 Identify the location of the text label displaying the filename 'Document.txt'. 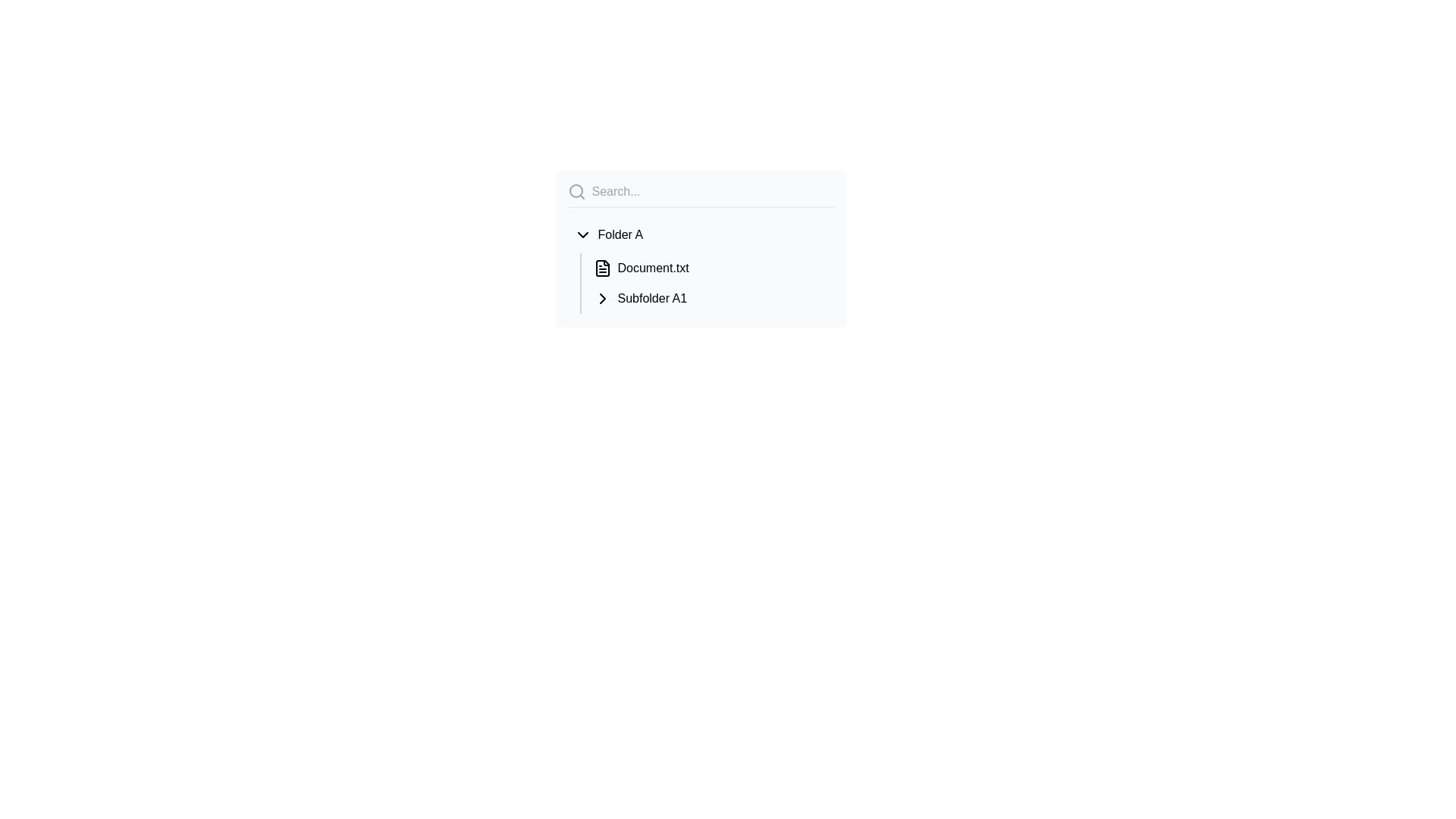
(653, 268).